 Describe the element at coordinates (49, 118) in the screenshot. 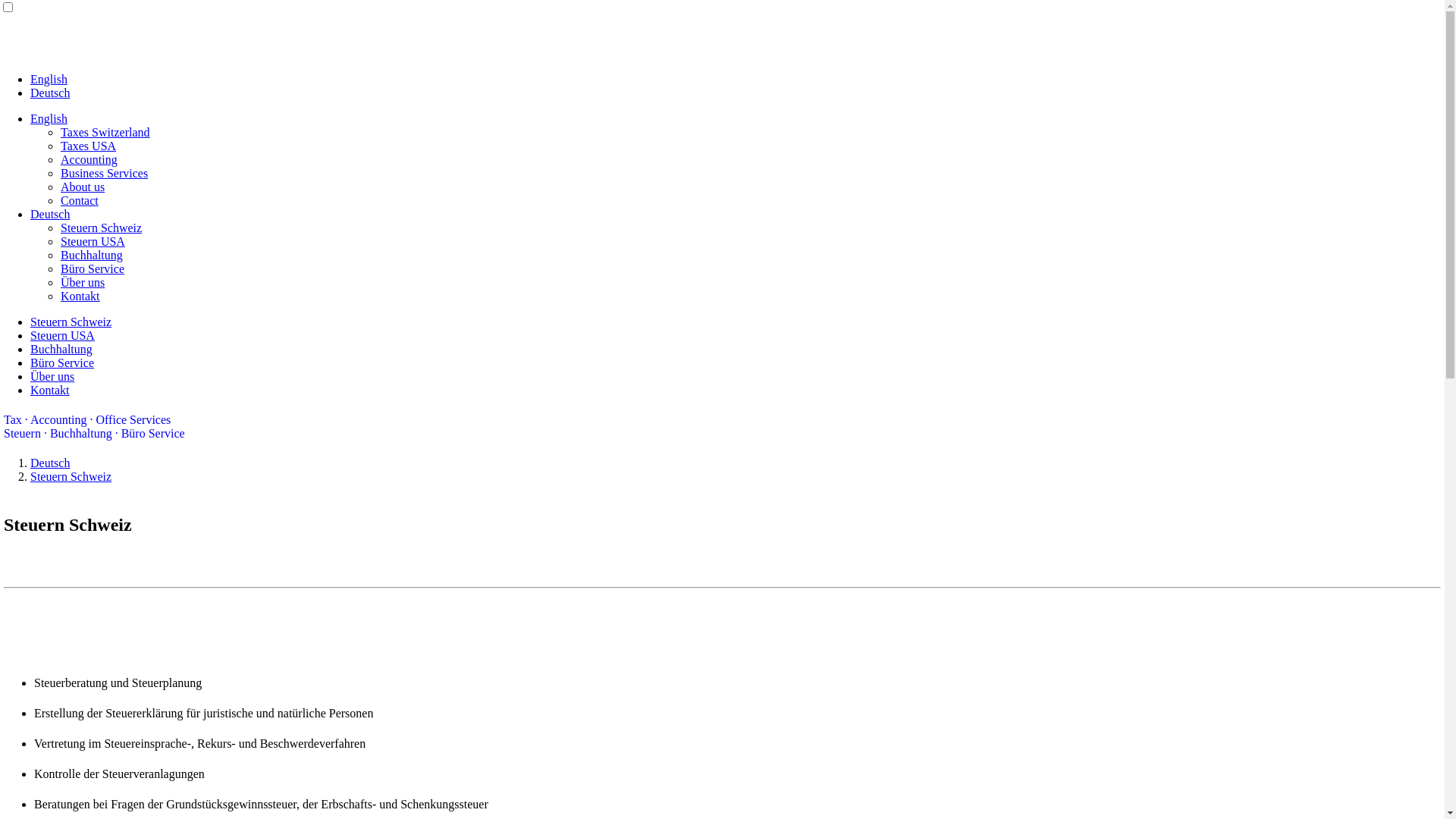

I see `'English'` at that location.